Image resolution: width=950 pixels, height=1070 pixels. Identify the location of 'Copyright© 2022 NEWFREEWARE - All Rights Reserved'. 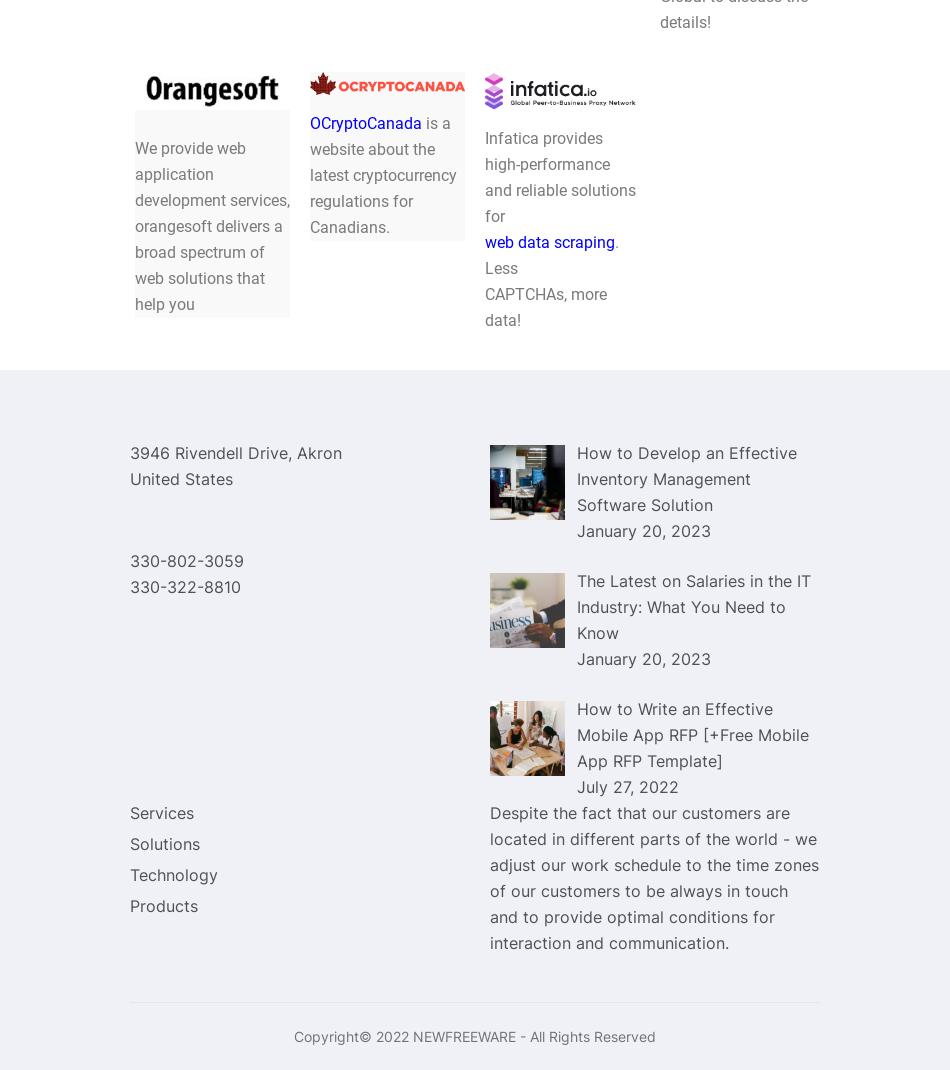
(475, 1036).